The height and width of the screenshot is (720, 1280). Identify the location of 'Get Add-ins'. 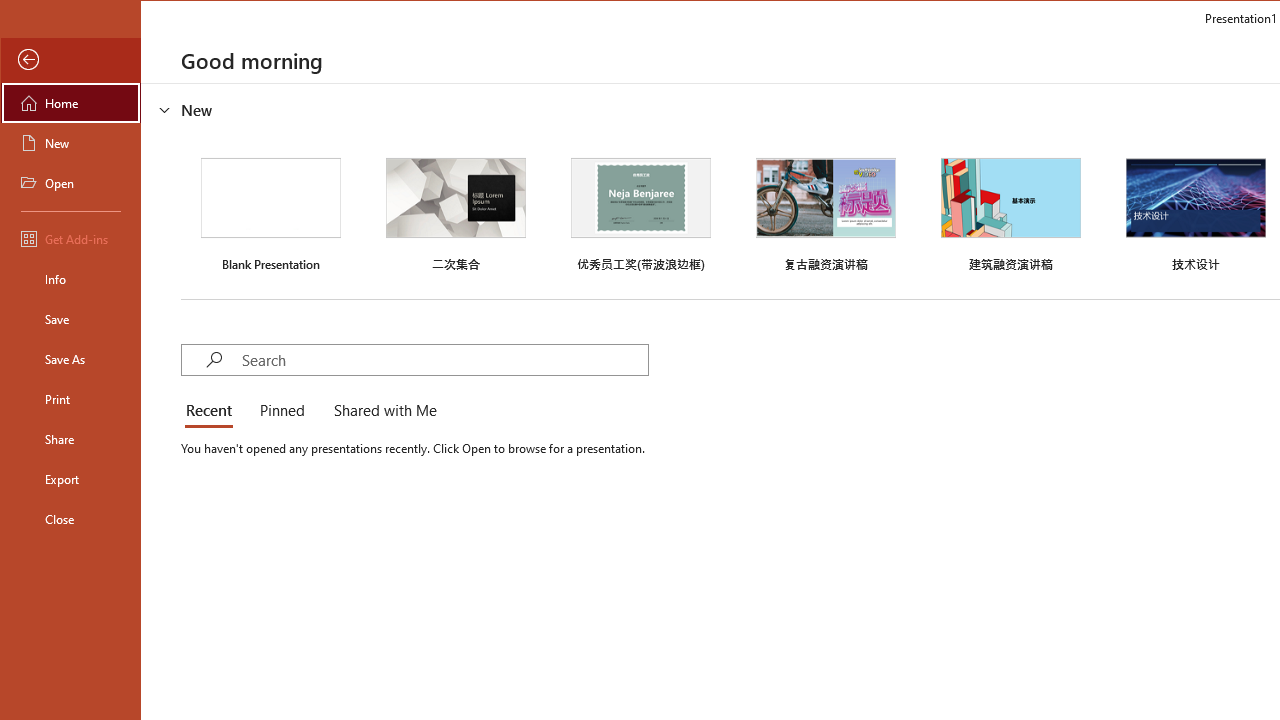
(71, 238).